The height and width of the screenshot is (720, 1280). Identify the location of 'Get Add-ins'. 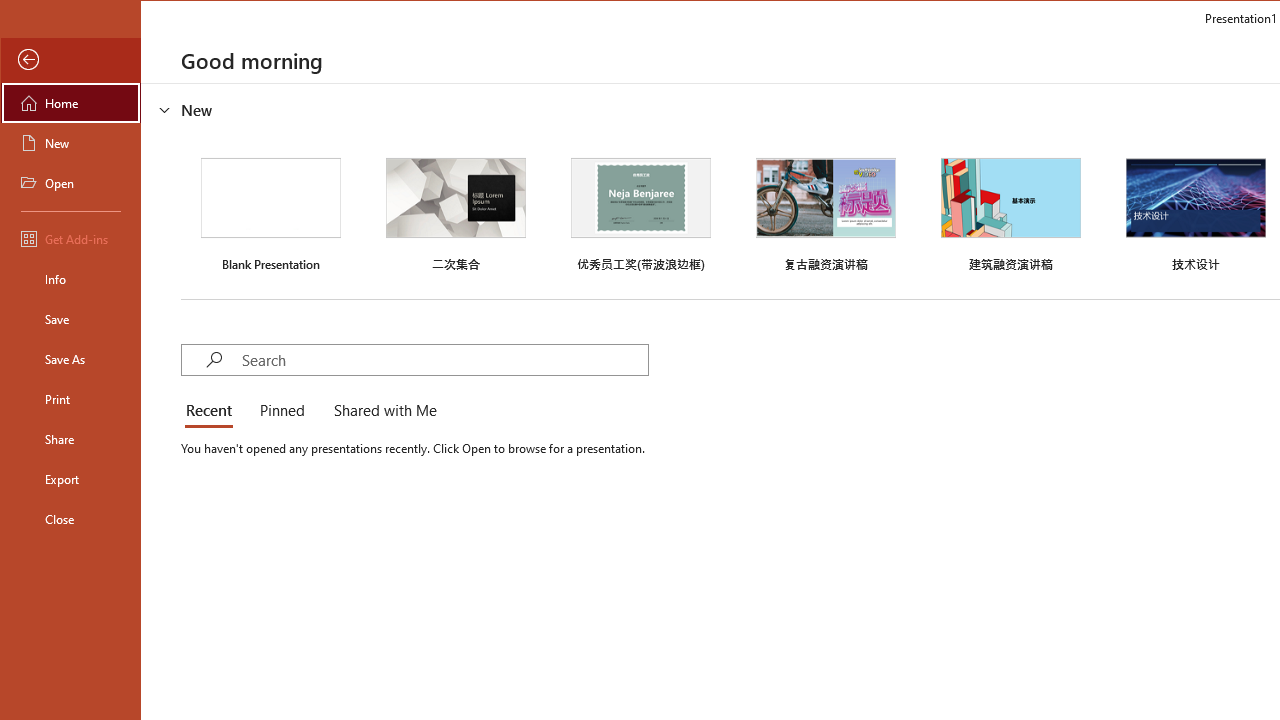
(71, 238).